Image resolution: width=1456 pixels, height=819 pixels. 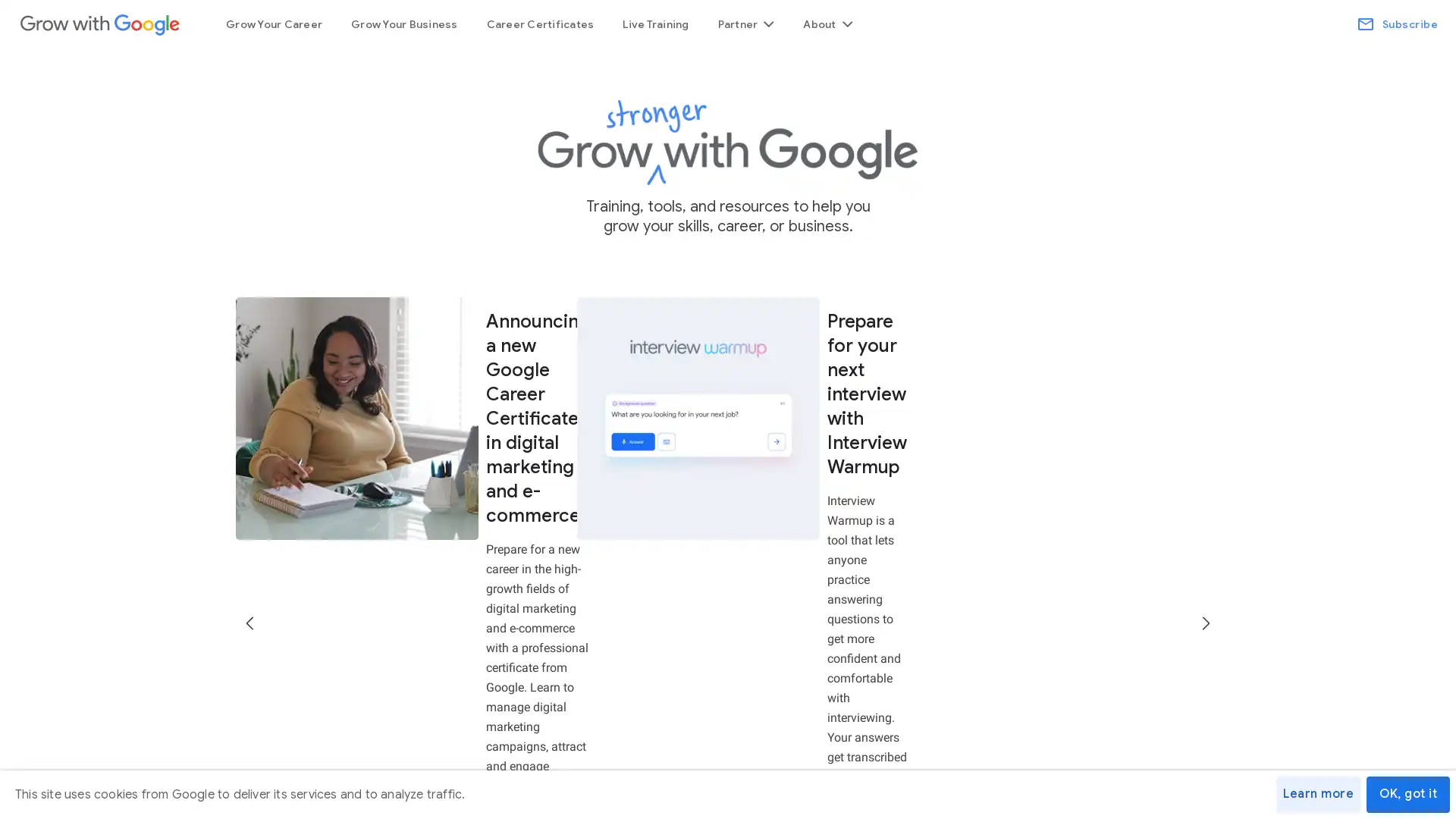 I want to click on Previous, so click(x=251, y=455).